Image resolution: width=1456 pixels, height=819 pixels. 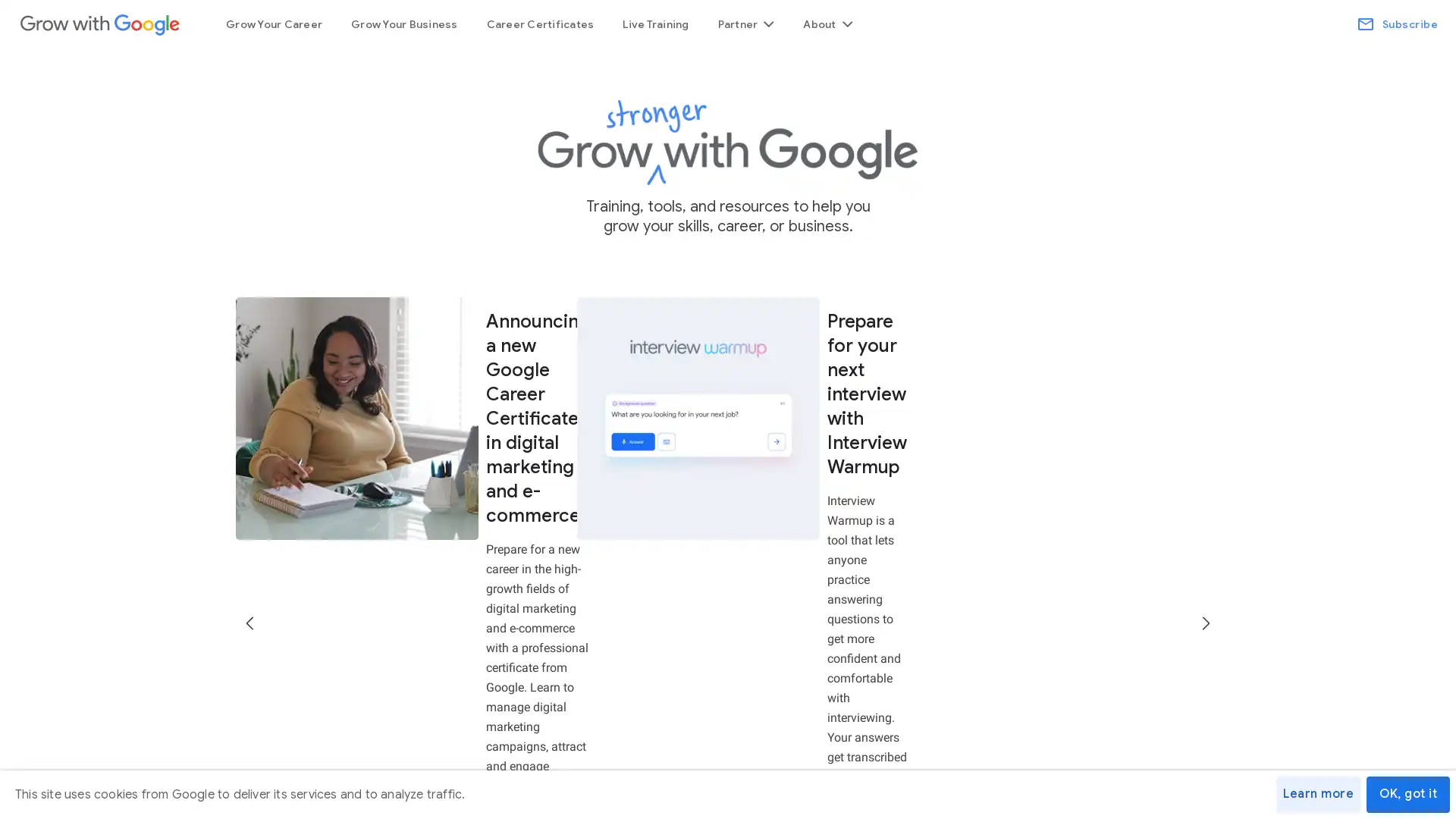 I want to click on Previous, so click(x=251, y=455).